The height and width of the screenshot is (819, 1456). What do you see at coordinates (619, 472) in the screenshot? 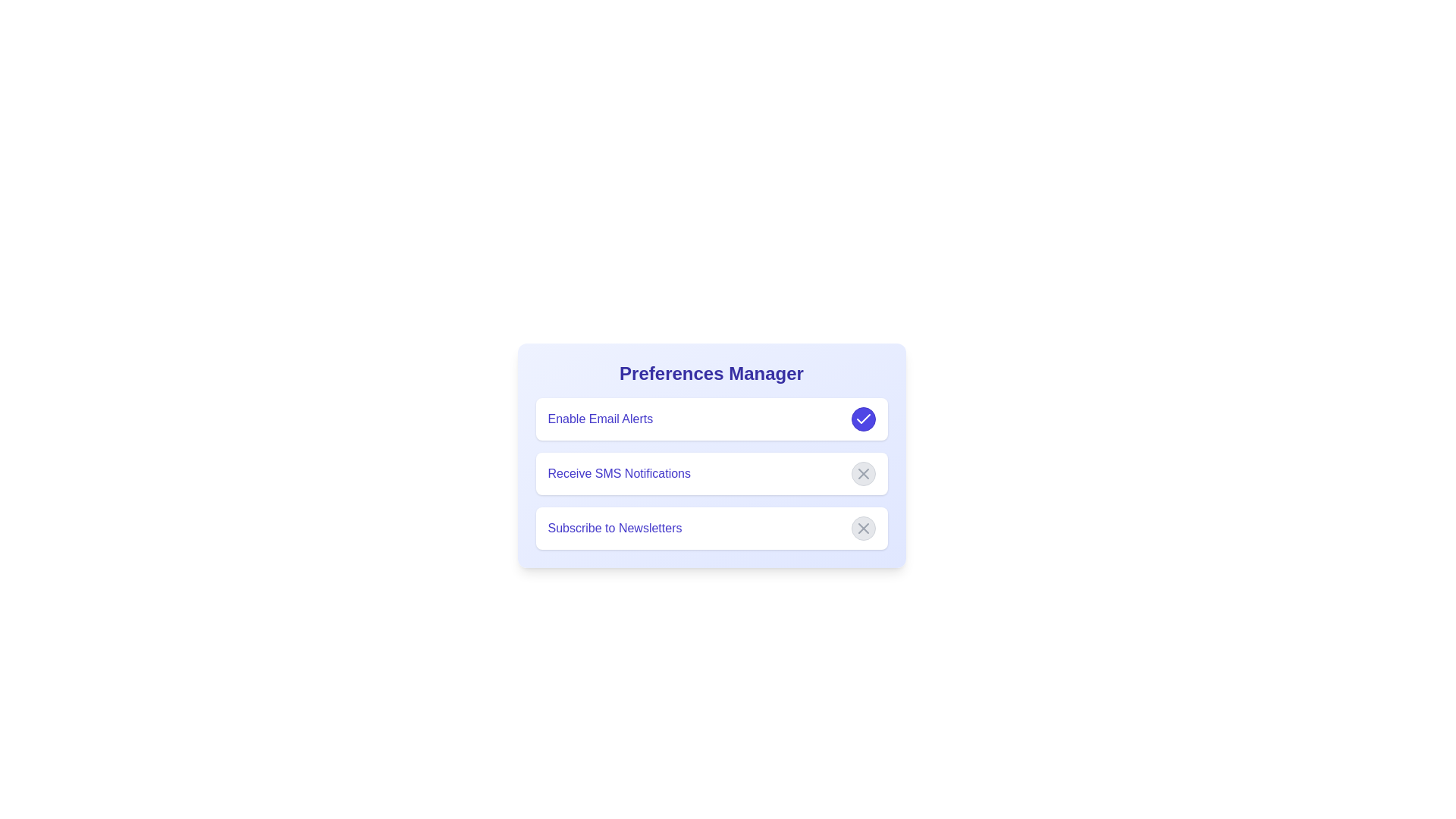
I see `the text label stating 'Receive SMS Notifications', which is styled with indigo text color and medium weight font, positioned between 'Enable Email Alerts' and 'Subscribe to Newsletters'` at bounding box center [619, 472].